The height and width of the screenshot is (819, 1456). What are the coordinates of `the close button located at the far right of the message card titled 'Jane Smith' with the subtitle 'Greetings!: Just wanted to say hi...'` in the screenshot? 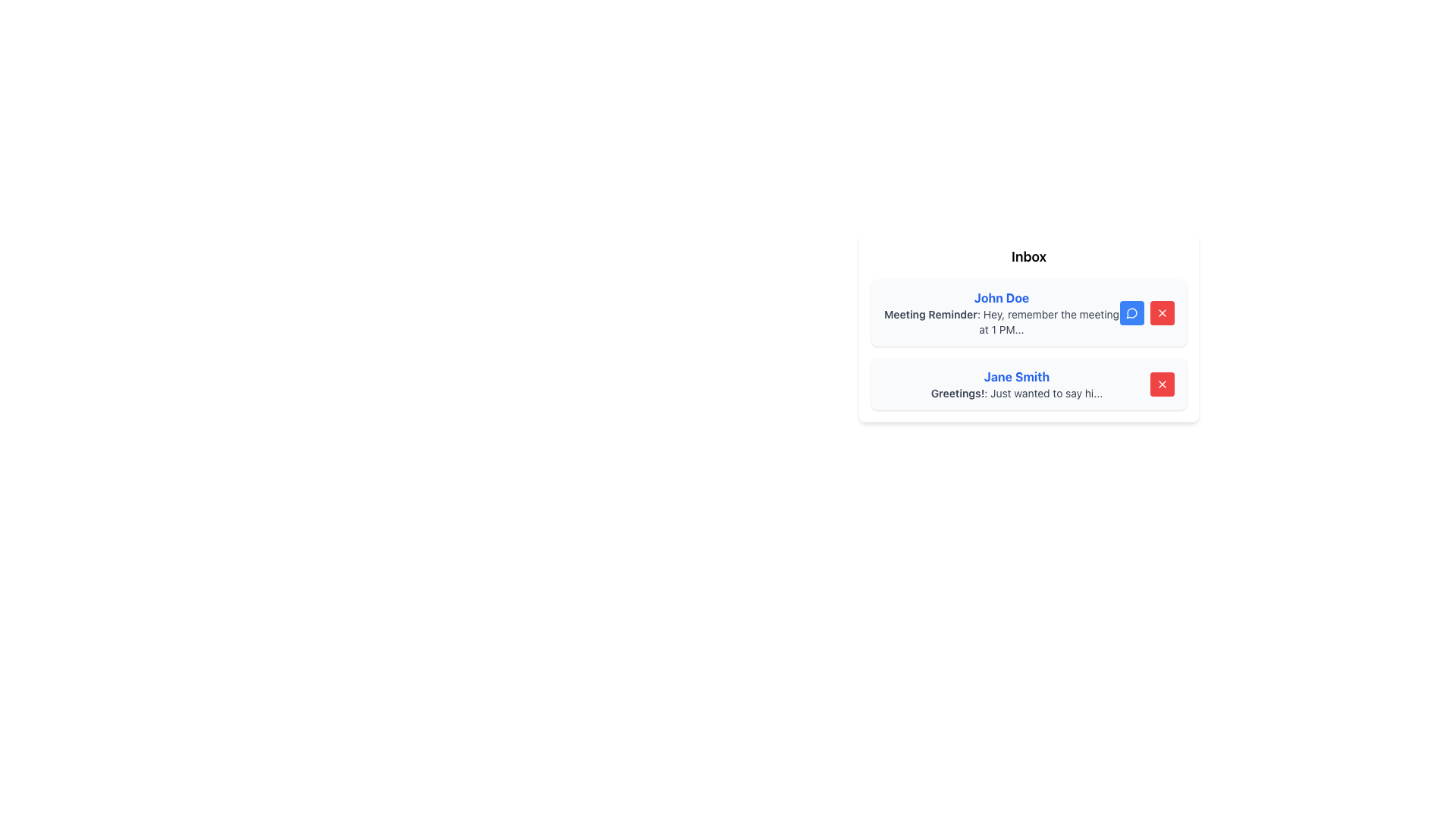 It's located at (1161, 383).